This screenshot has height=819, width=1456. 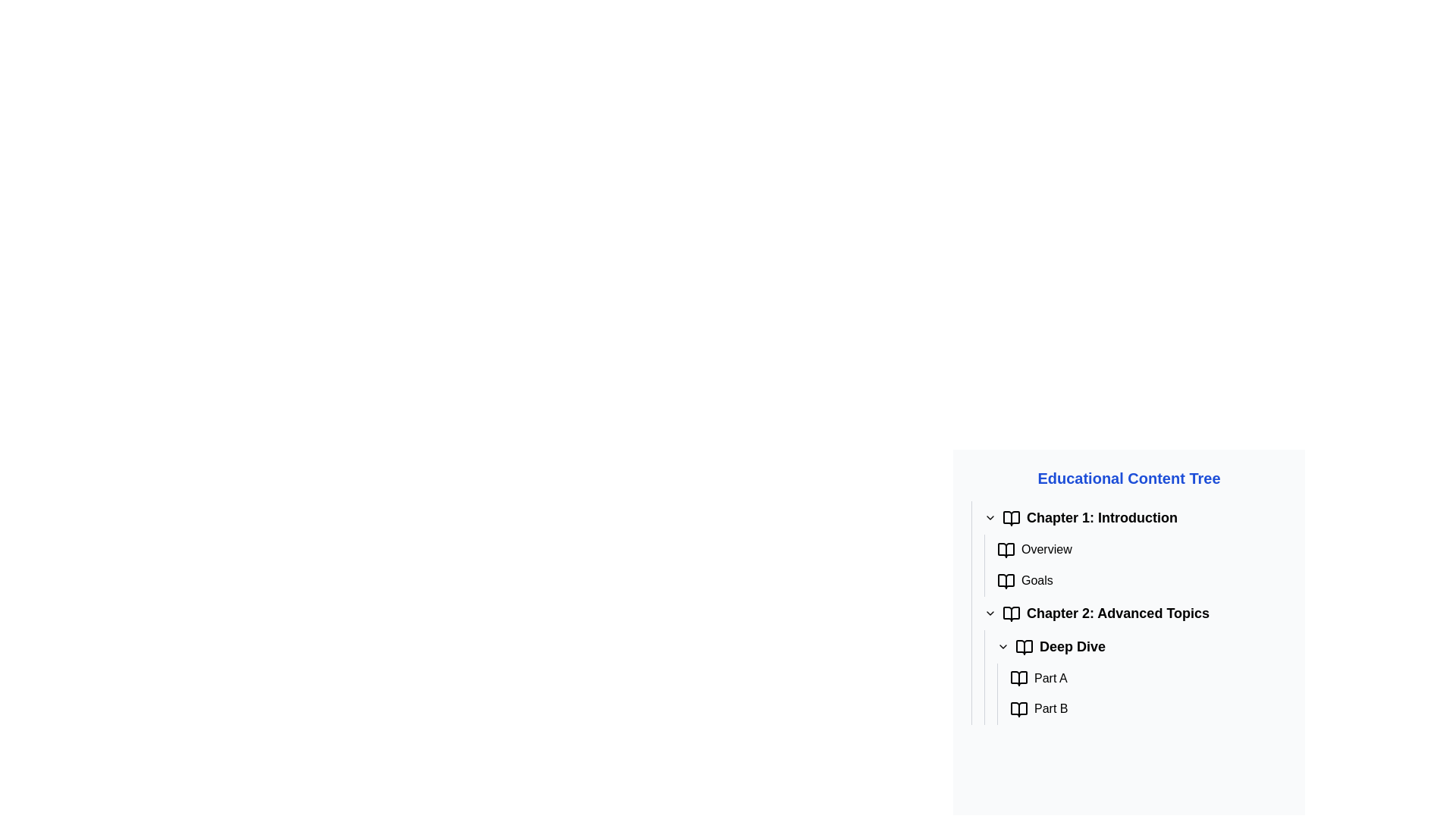 What do you see at coordinates (1059, 646) in the screenshot?
I see `the 'Deep Dive' clickable label with an icon, which has bold, large black font text and an open book icon, located under 'Chapter 2: Advanced Topics' in the tree structure` at bounding box center [1059, 646].